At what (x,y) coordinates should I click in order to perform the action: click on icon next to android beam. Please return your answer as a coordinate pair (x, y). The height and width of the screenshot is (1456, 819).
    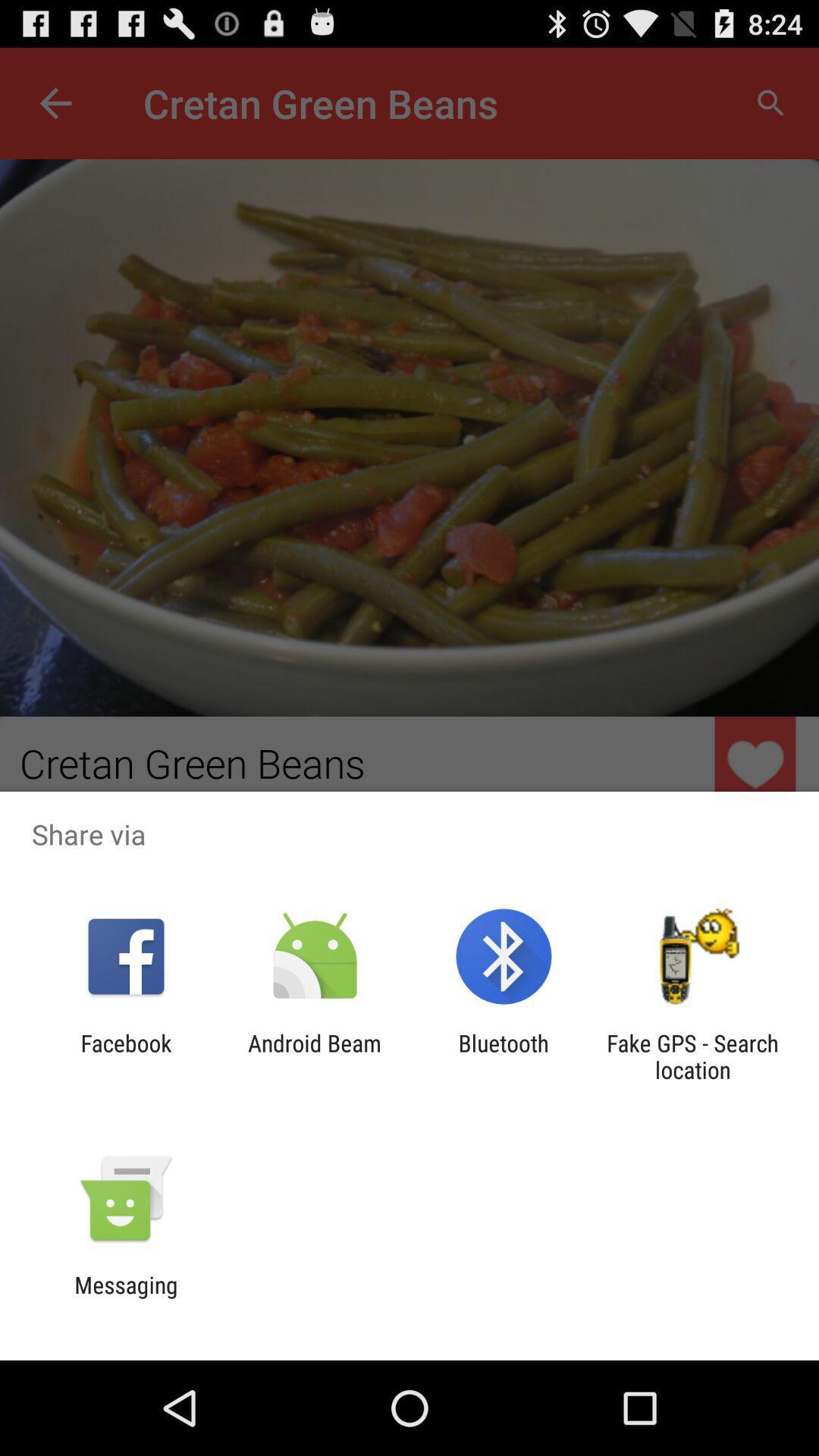
    Looking at the image, I should click on (504, 1056).